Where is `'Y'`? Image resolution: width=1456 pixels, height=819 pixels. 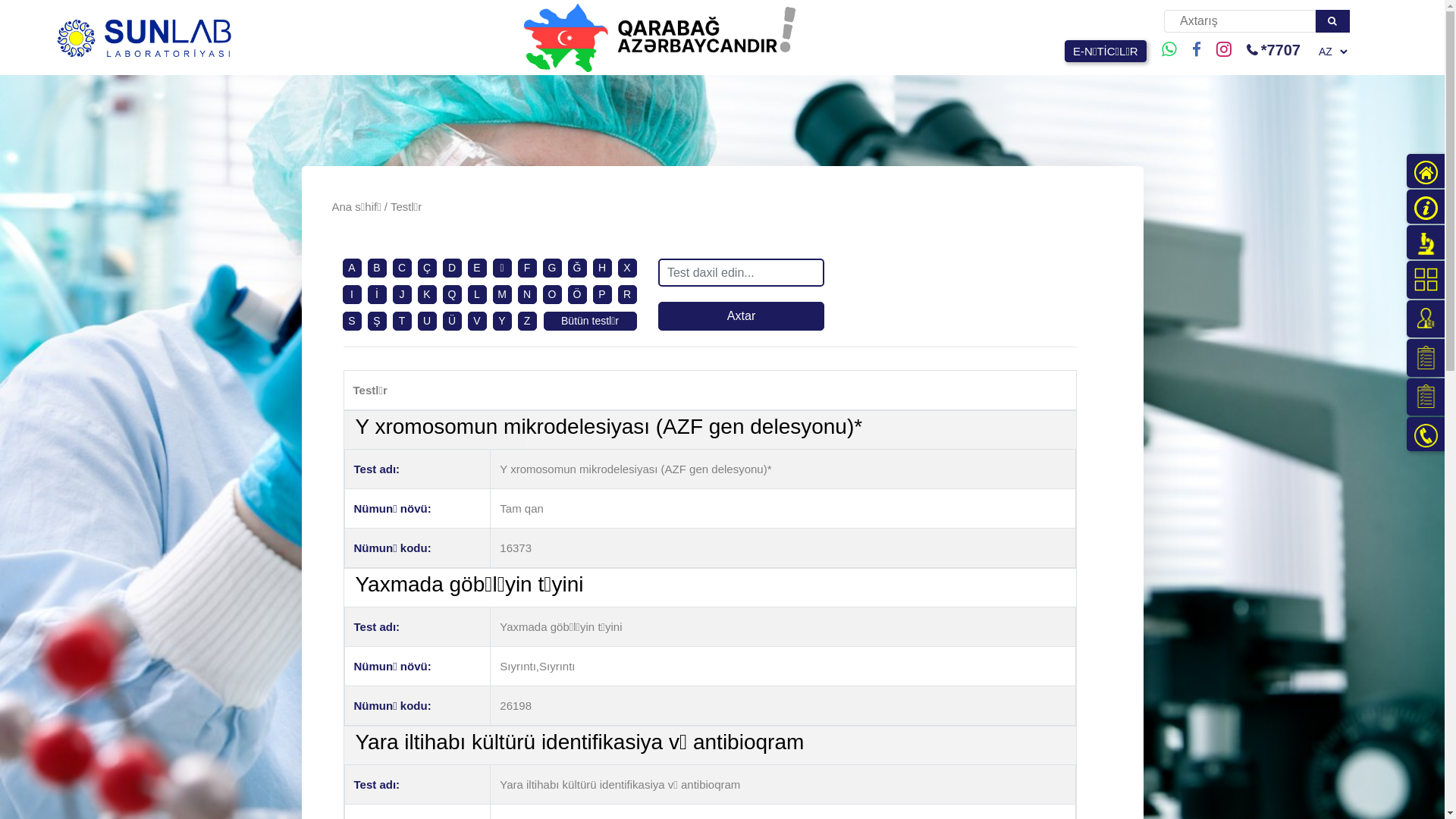
'Y' is located at coordinates (498, 320).